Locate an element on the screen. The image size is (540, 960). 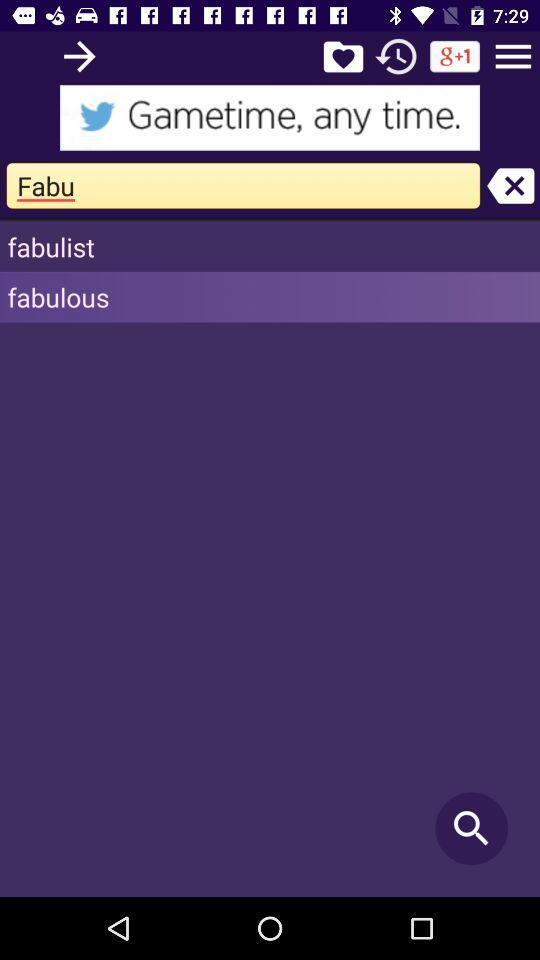
search query is located at coordinates (78, 55).